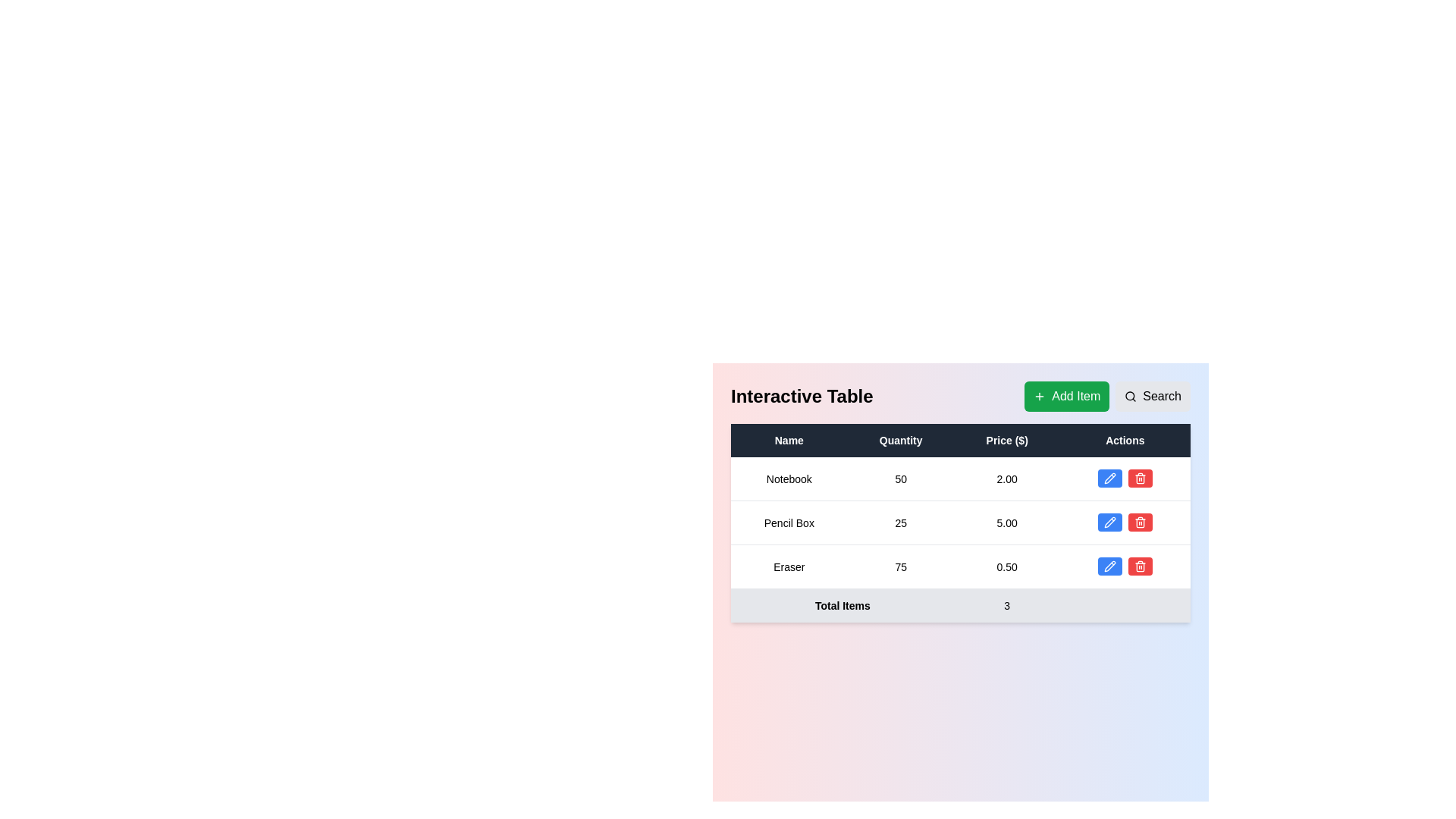  What do you see at coordinates (901, 522) in the screenshot?
I see `the static text displaying the numeric value '25' in the 'Quantity' column of the table, which is the second row corresponding to the 'Pencil Box' entry` at bounding box center [901, 522].